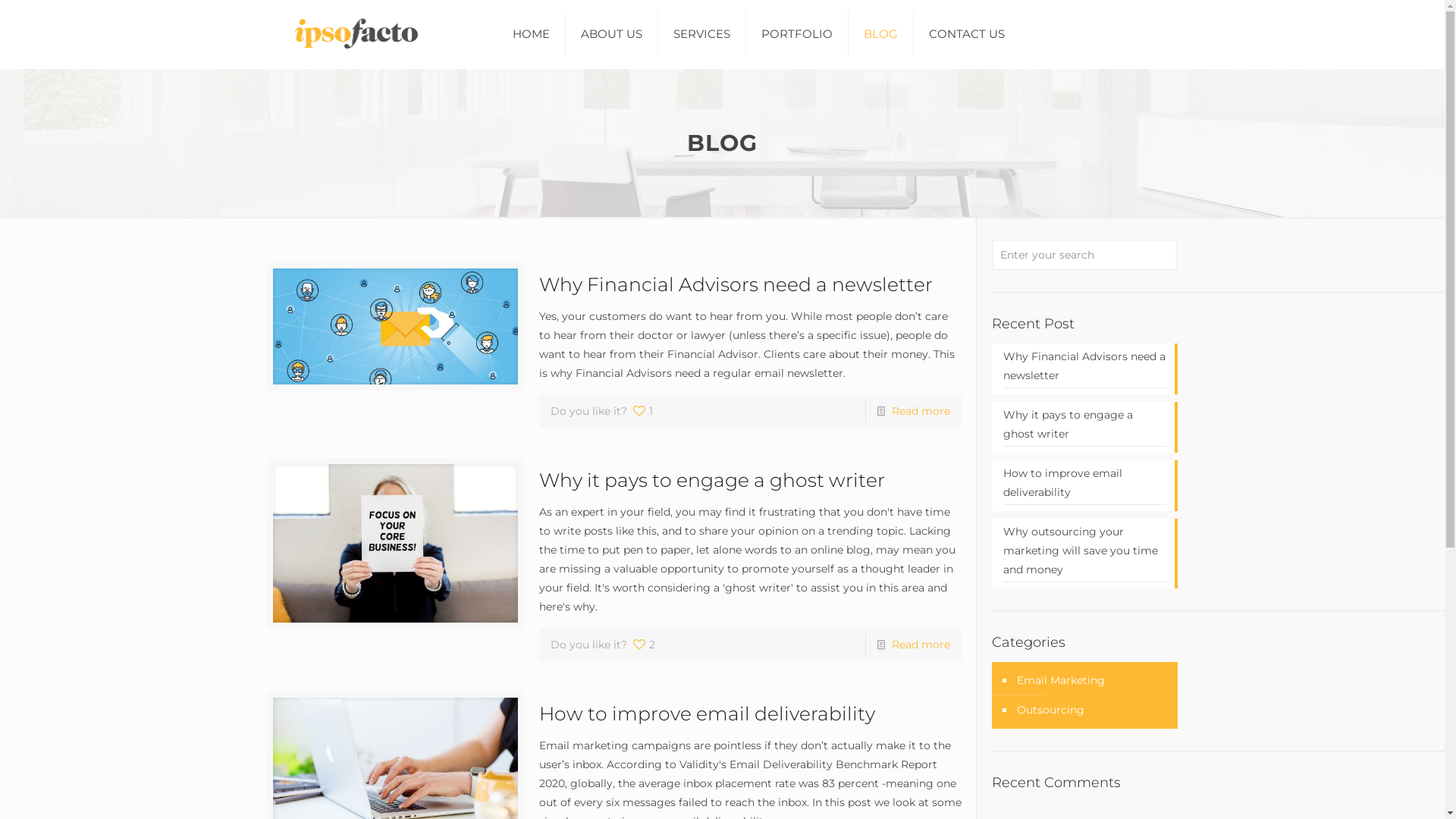 The image size is (1456, 819). What do you see at coordinates (611, 34) in the screenshot?
I see `'ABOUT US'` at bounding box center [611, 34].